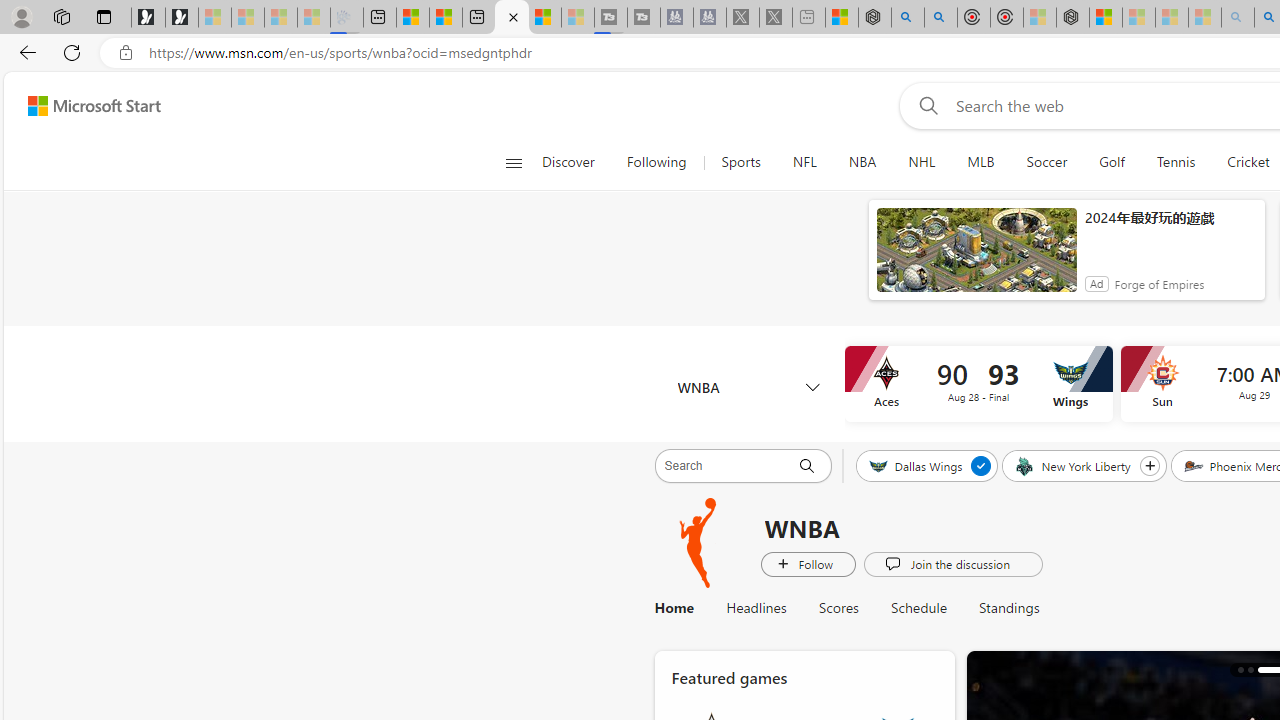 The image size is (1280, 720). What do you see at coordinates (1247, 162) in the screenshot?
I see `'Cricket'` at bounding box center [1247, 162].